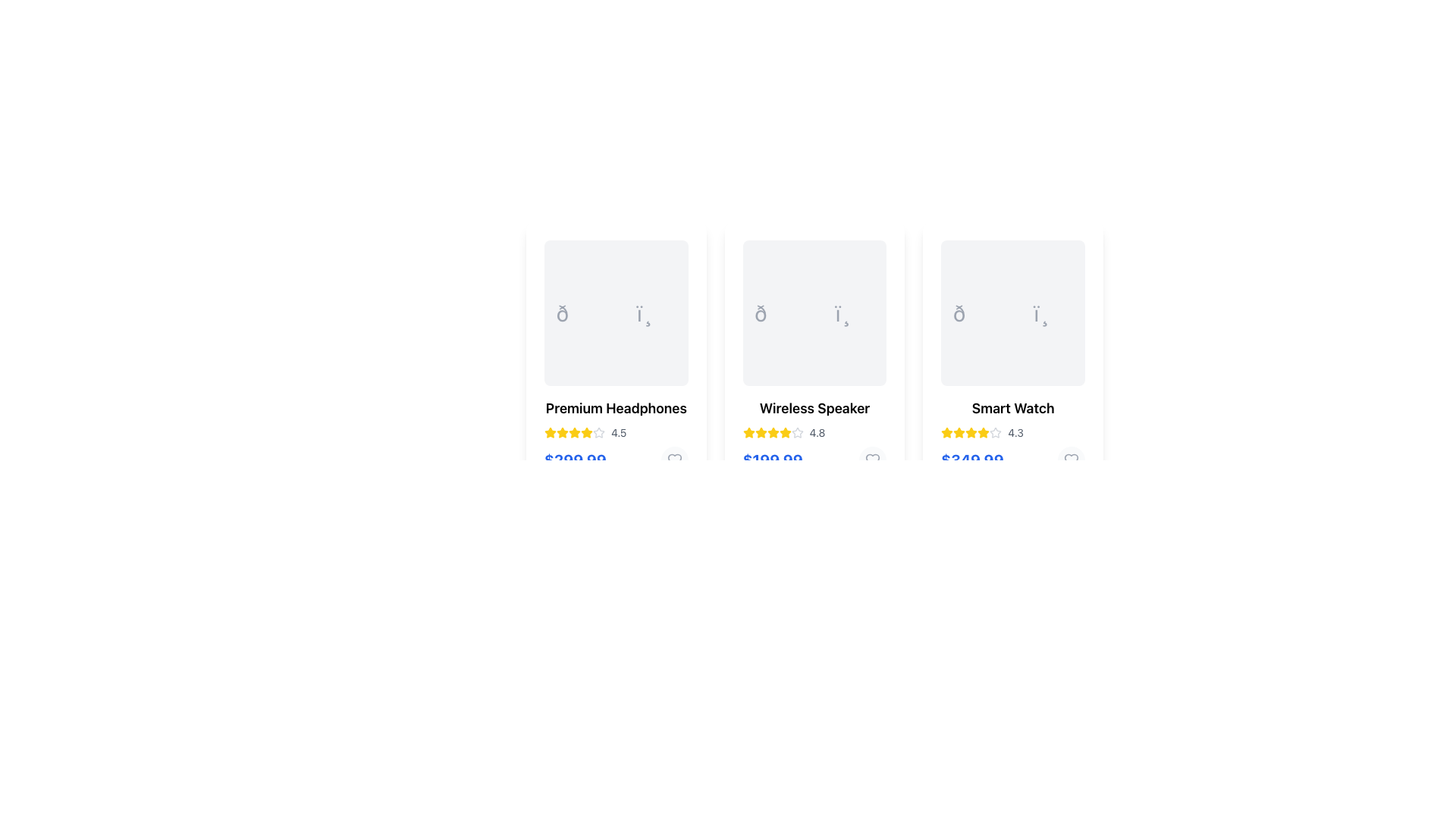 The image size is (1456, 819). What do you see at coordinates (785, 432) in the screenshot?
I see `the second yellow star-shaped icon in the rating section of the 'Wireless Speaker' product display` at bounding box center [785, 432].